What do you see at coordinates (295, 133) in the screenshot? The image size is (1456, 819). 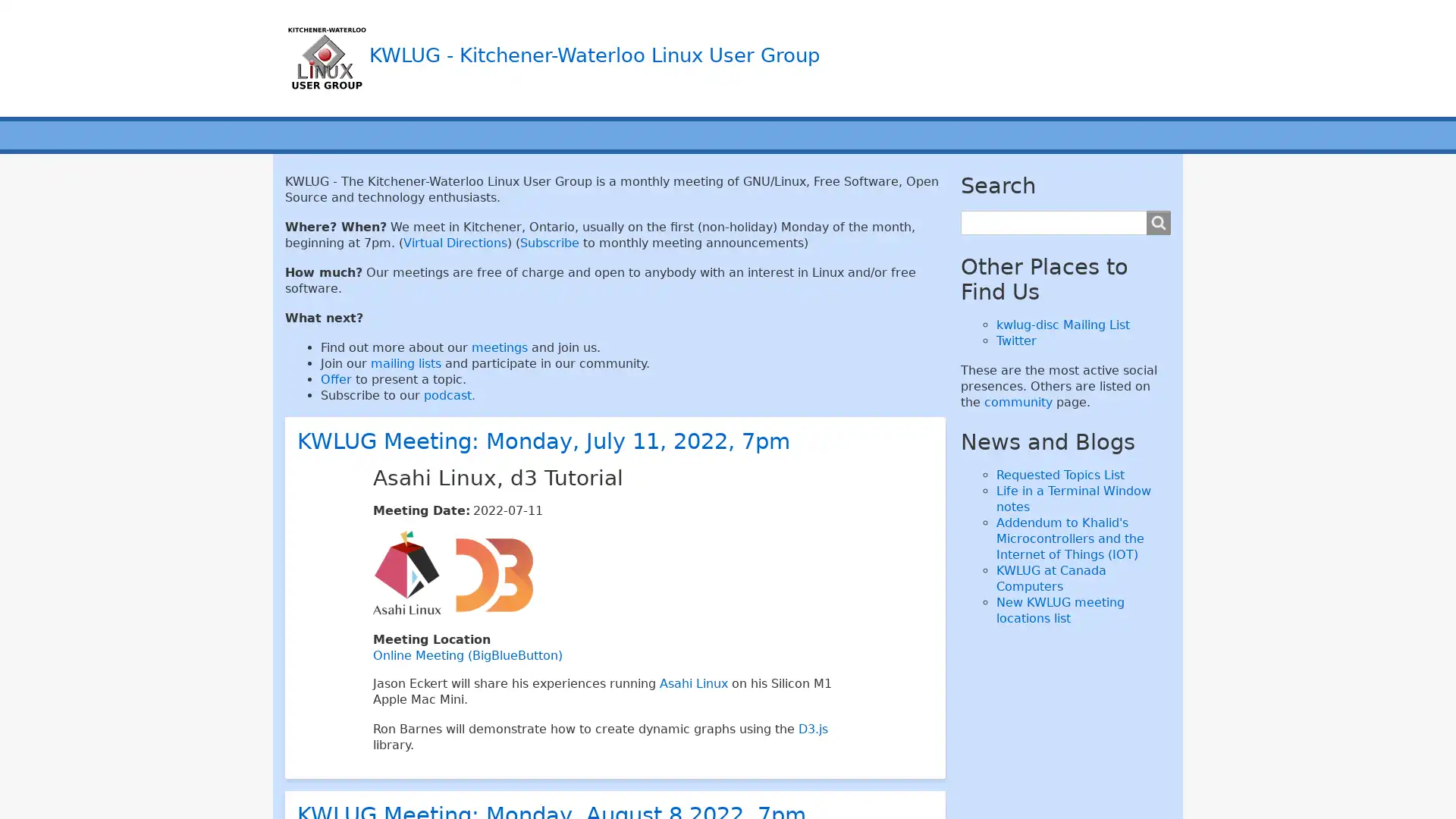 I see `Main menu` at bounding box center [295, 133].